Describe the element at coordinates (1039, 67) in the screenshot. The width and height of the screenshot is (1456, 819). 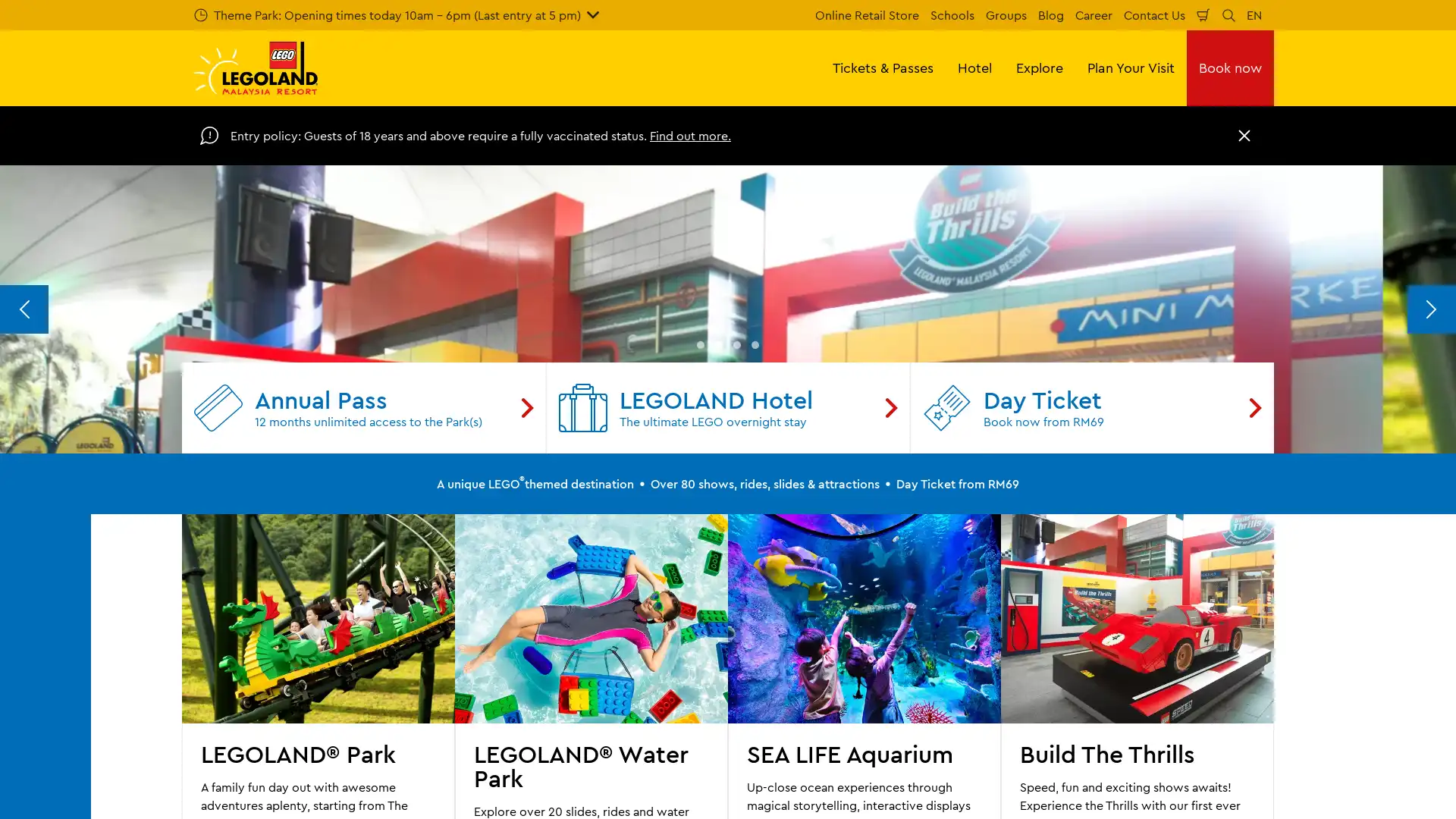
I see `Explore` at that location.